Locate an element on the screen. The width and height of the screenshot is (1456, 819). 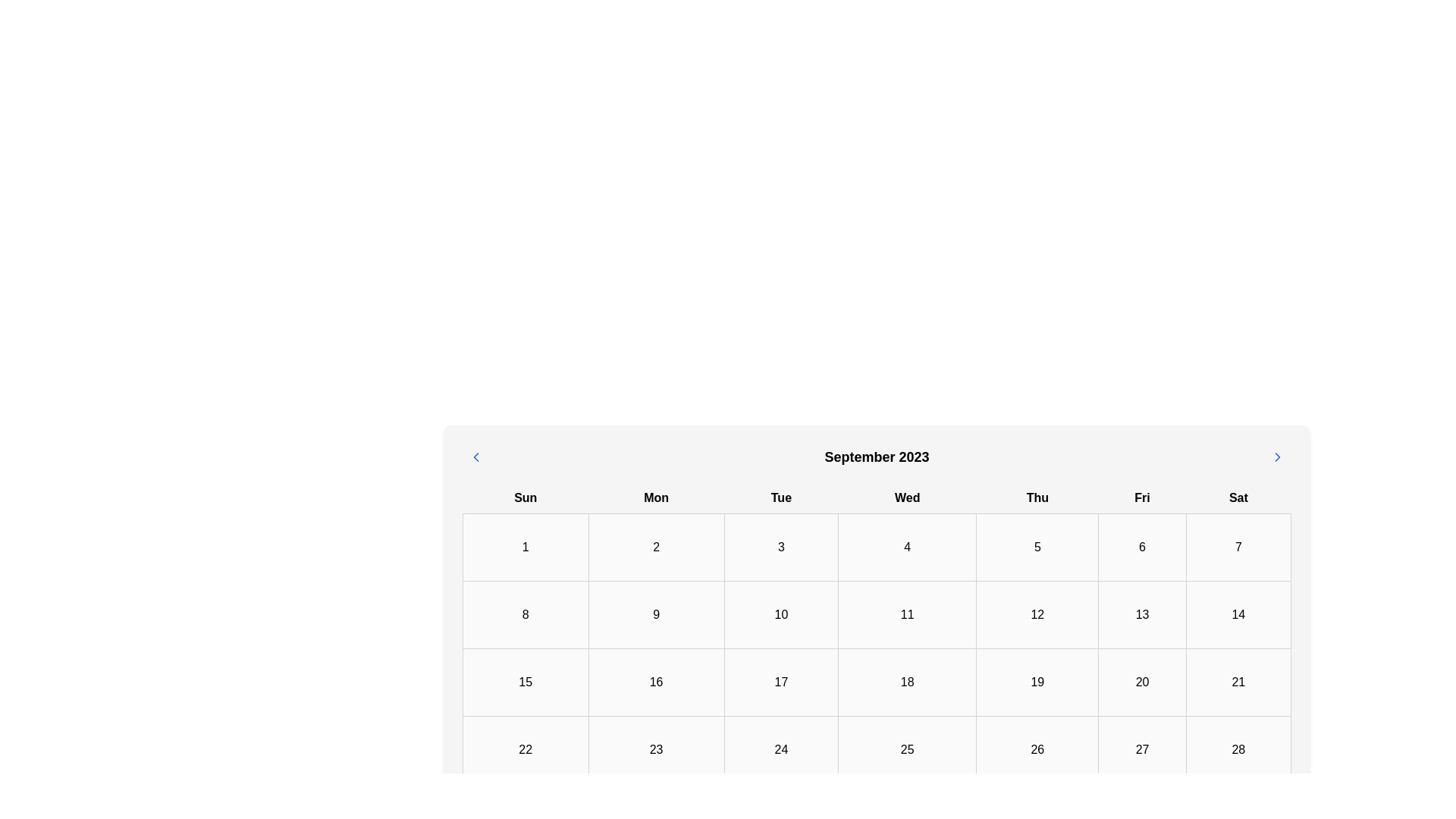
the clickable calendar date cell displaying the number '5' is located at coordinates (1037, 547).